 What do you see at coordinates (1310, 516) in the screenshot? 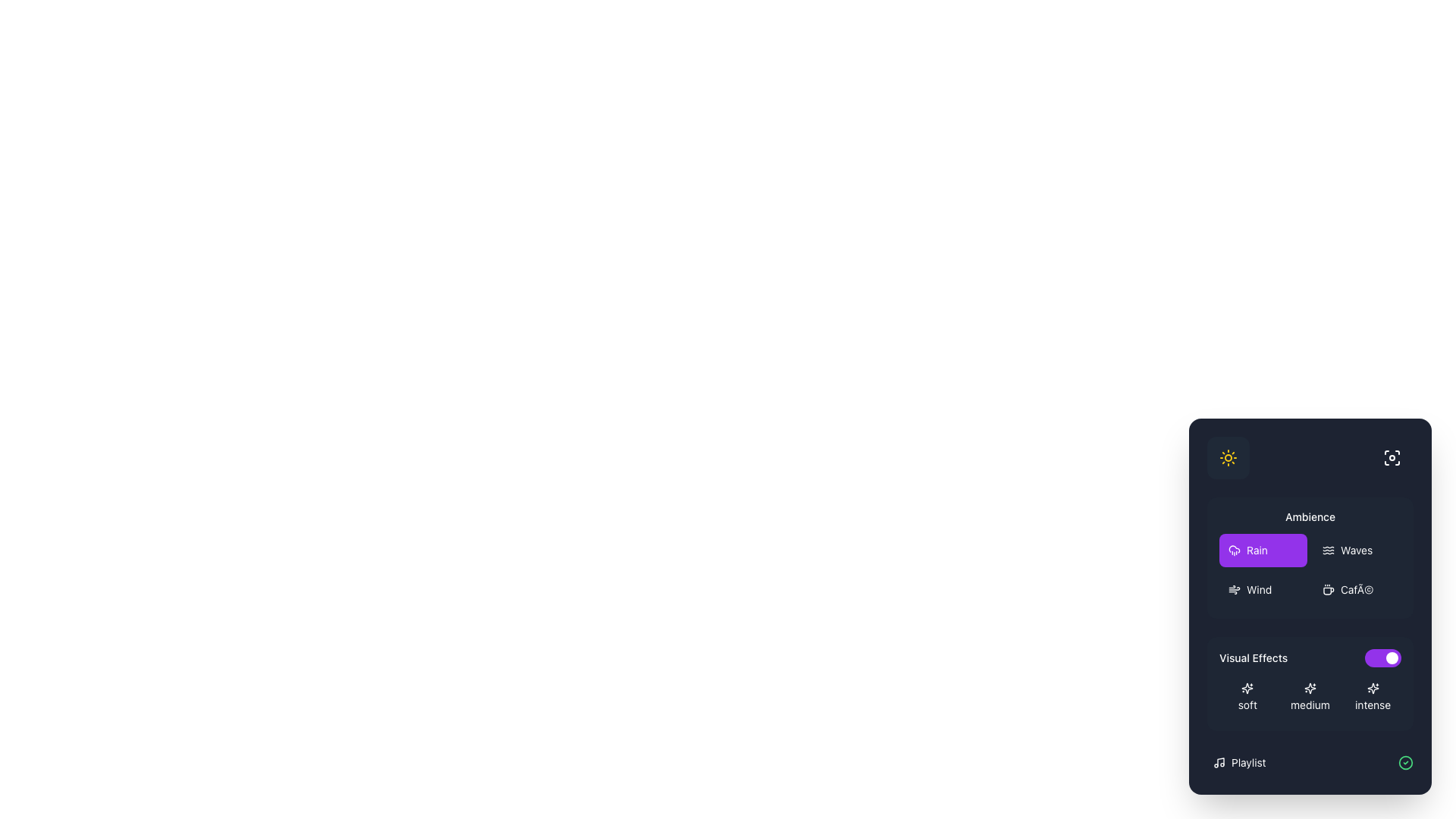
I see `the static text label reading 'Ambience' which is centered above the options 'Rain' and 'Waves'` at bounding box center [1310, 516].